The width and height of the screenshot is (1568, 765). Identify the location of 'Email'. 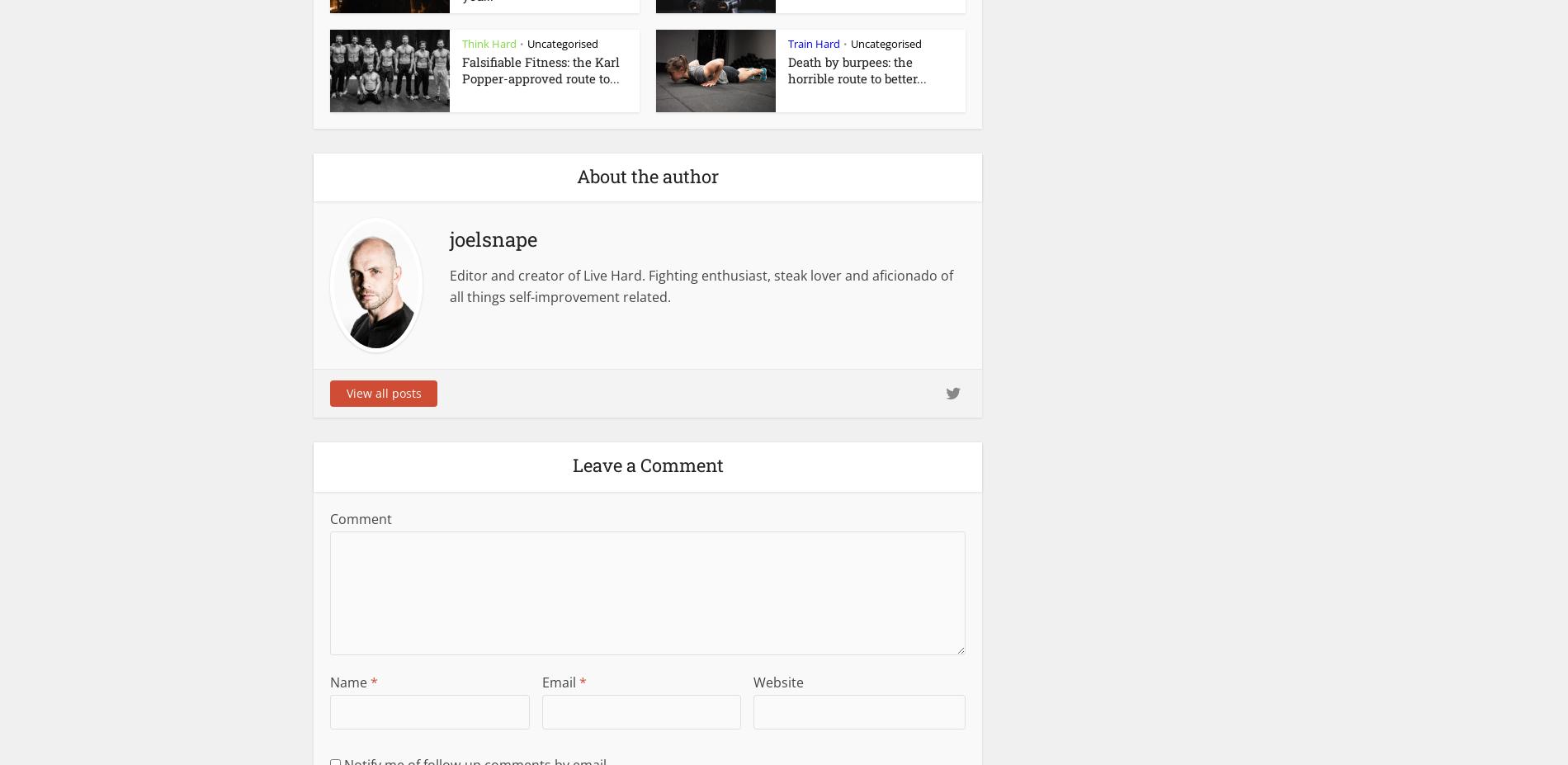
(541, 682).